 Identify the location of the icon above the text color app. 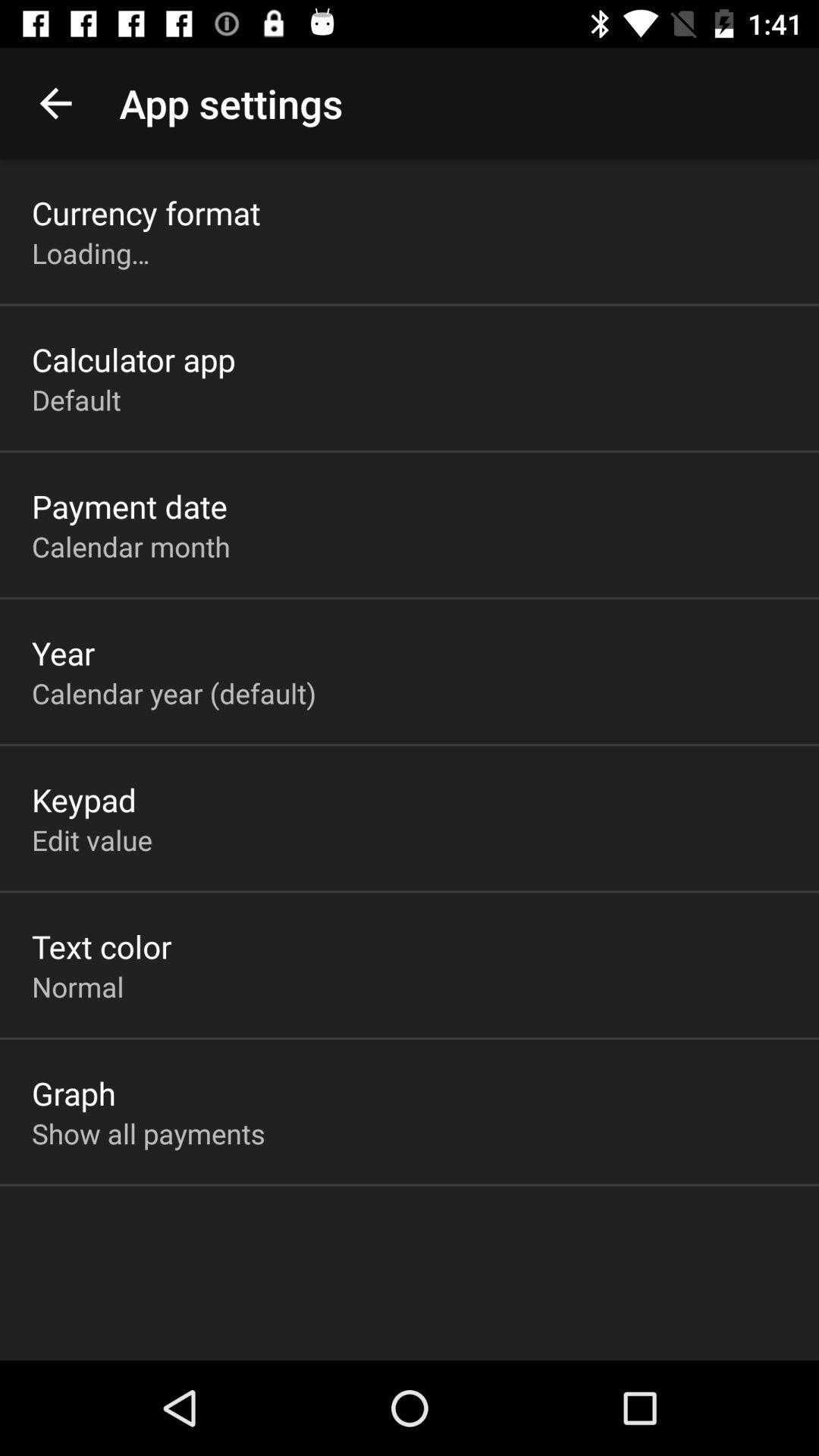
(92, 839).